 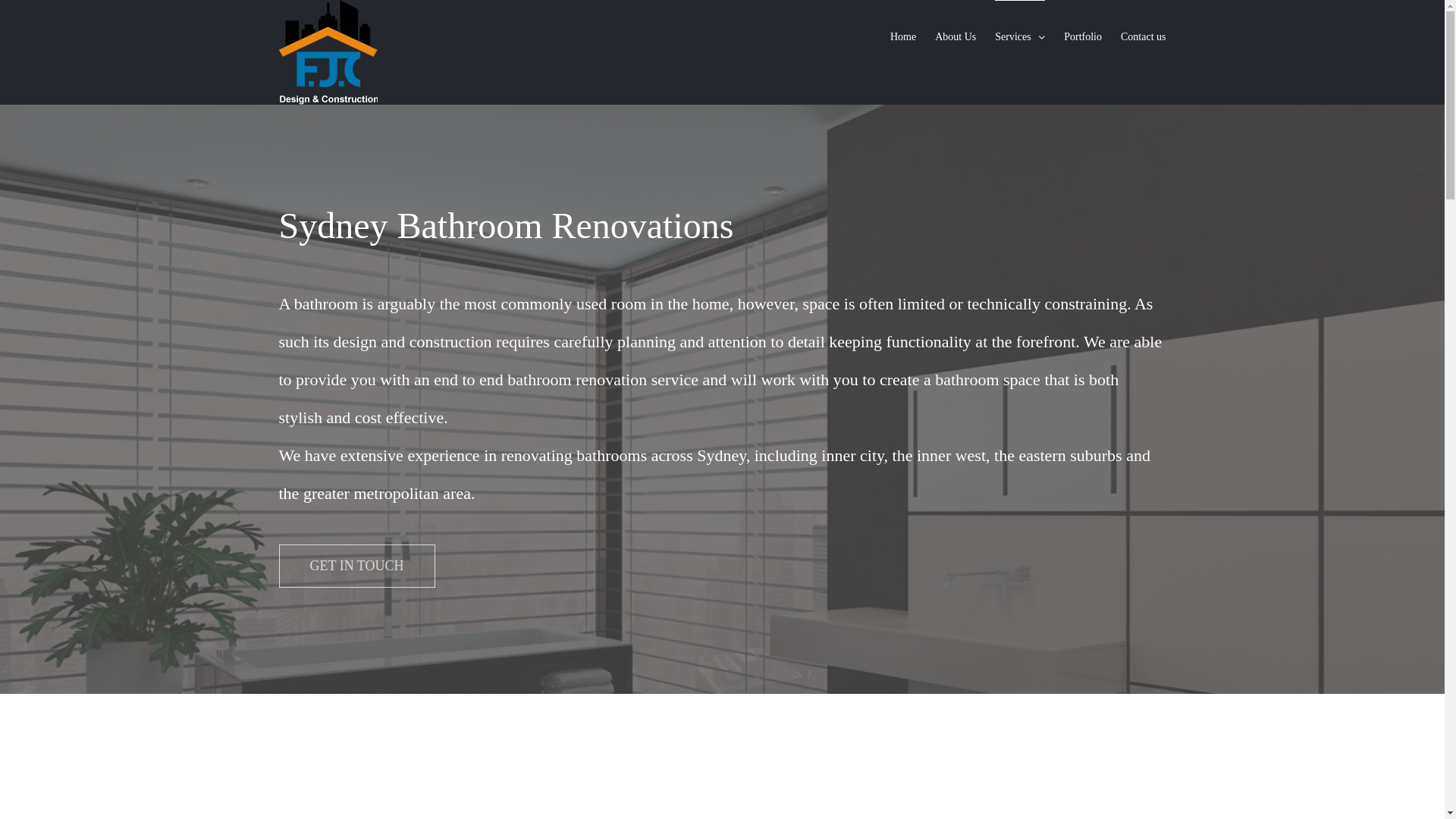 I want to click on 'GET IN TOUCH', so click(x=356, y=566).